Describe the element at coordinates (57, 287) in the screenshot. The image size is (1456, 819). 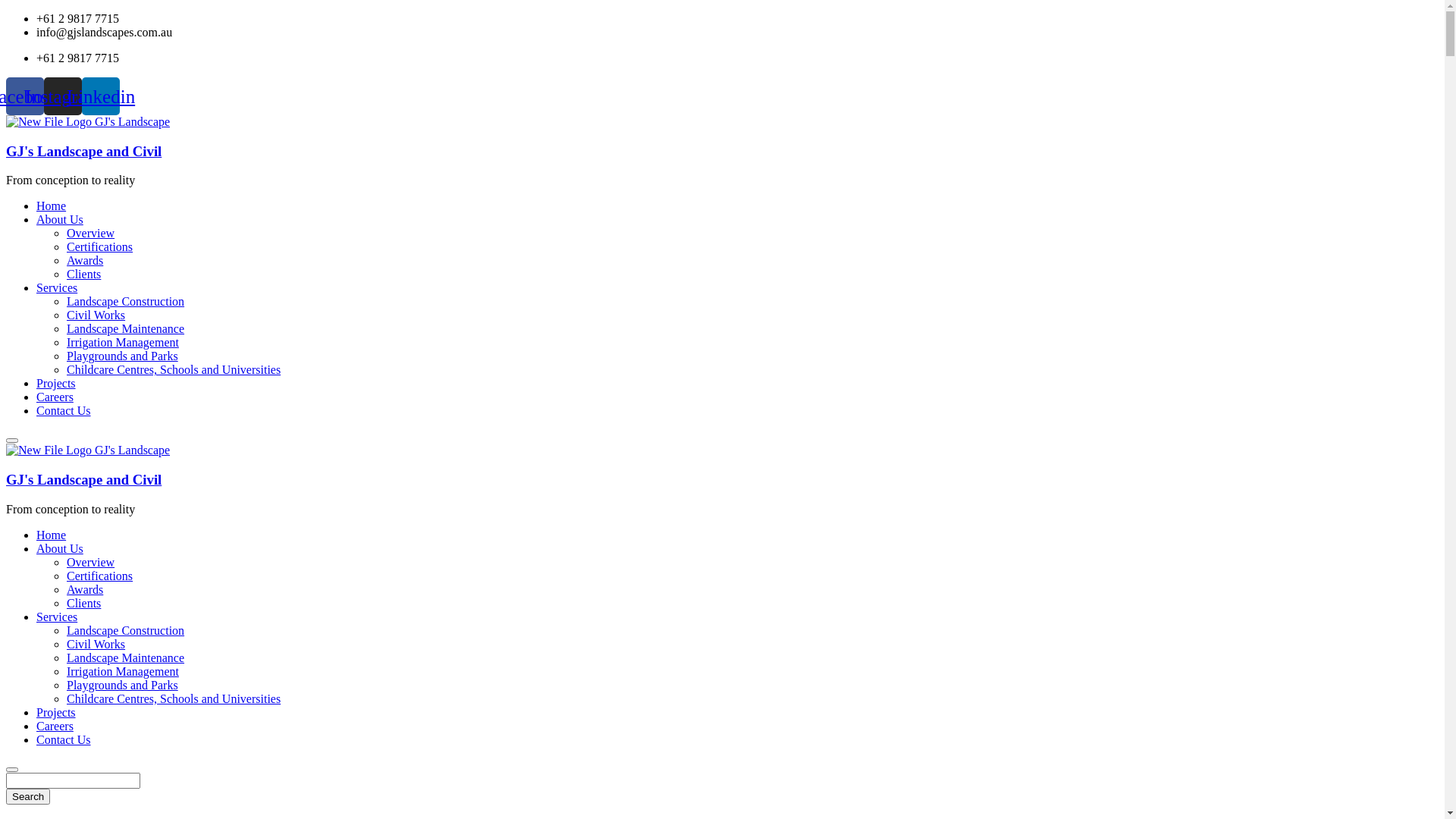
I see `'Services'` at that location.